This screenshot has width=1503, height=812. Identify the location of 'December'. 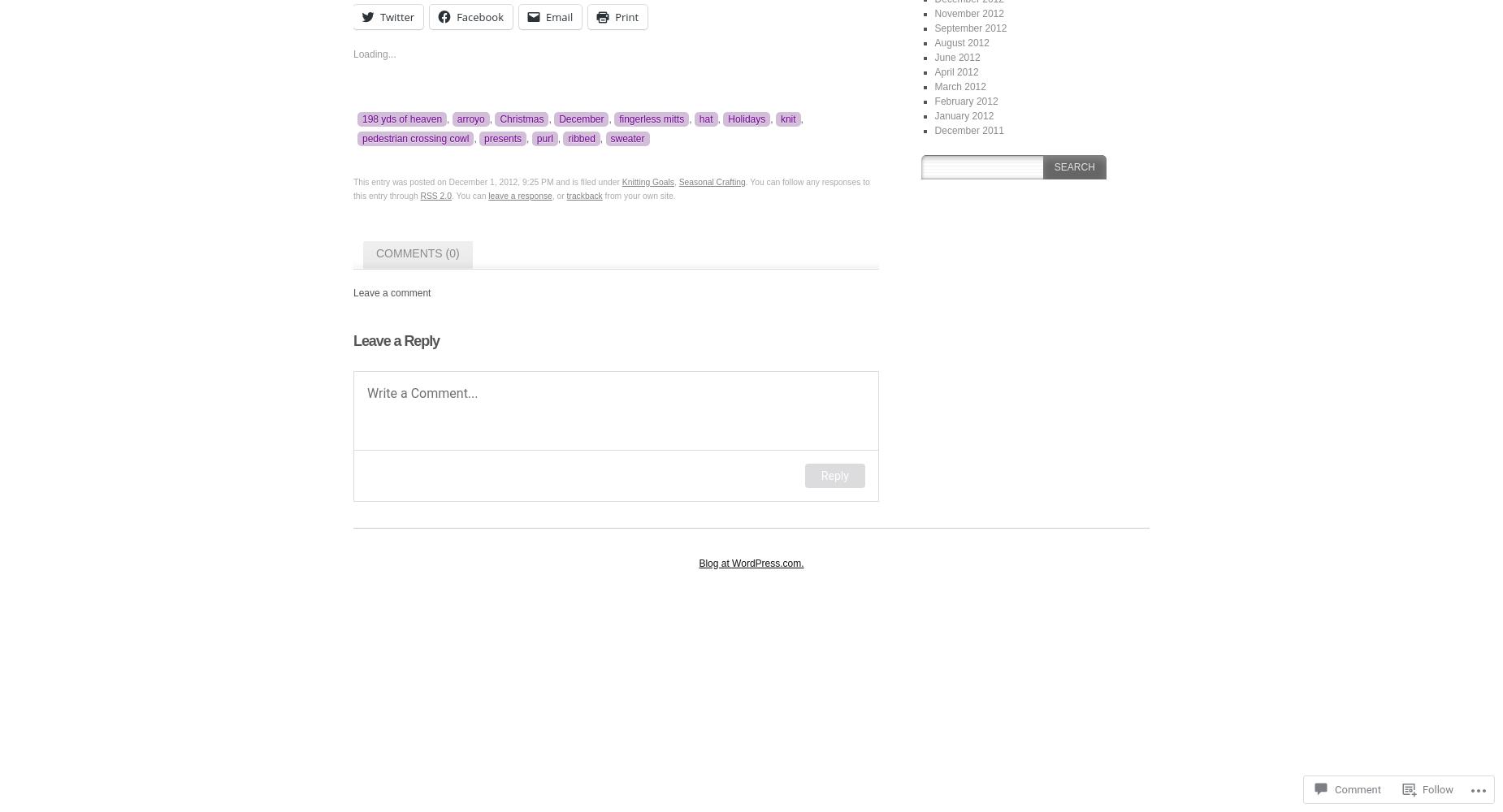
(581, 119).